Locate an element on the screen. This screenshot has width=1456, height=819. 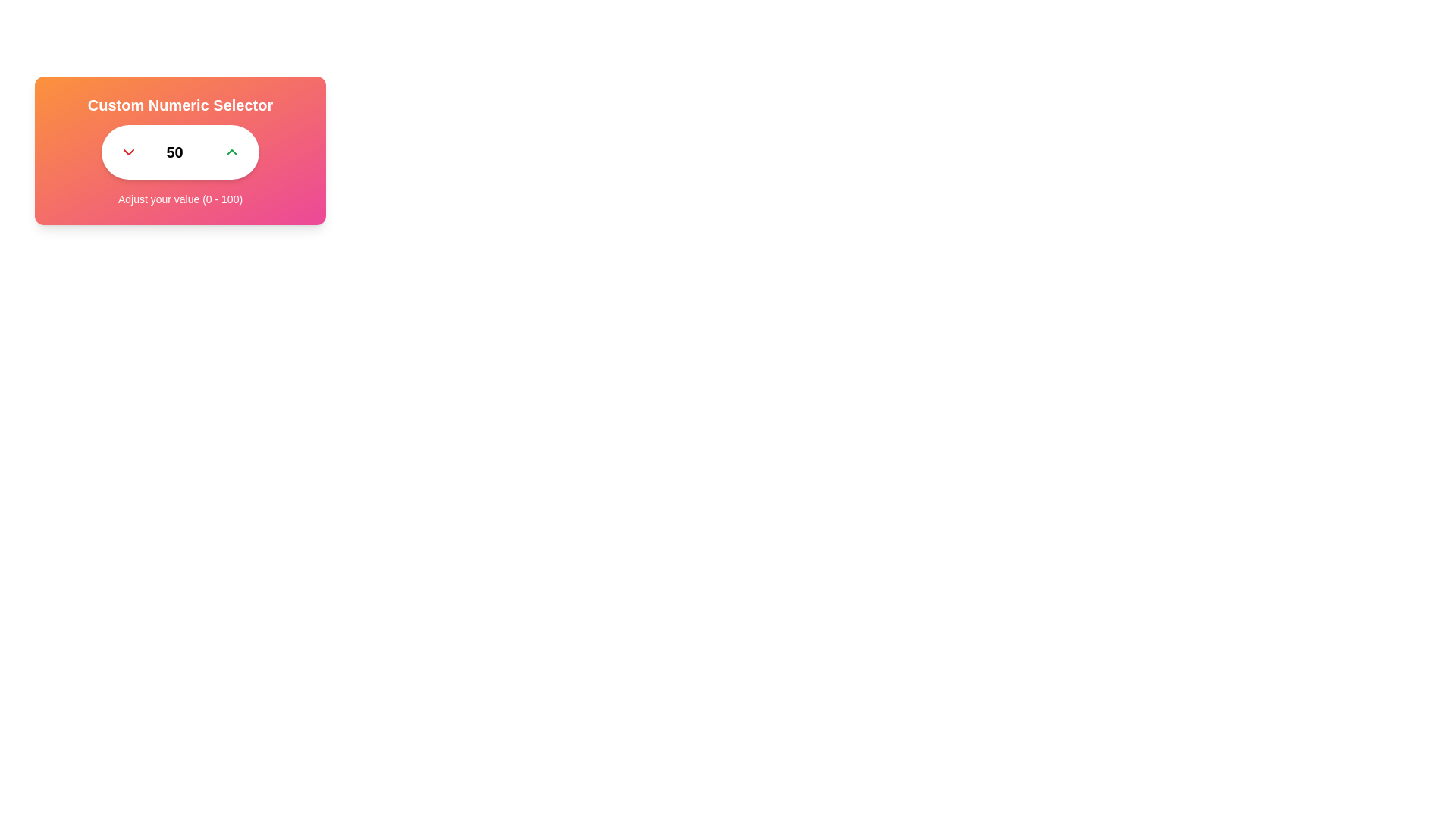
the upward-pointing green chevron arrow located on the right side of the number input component to increment the displayed value is located at coordinates (231, 152).